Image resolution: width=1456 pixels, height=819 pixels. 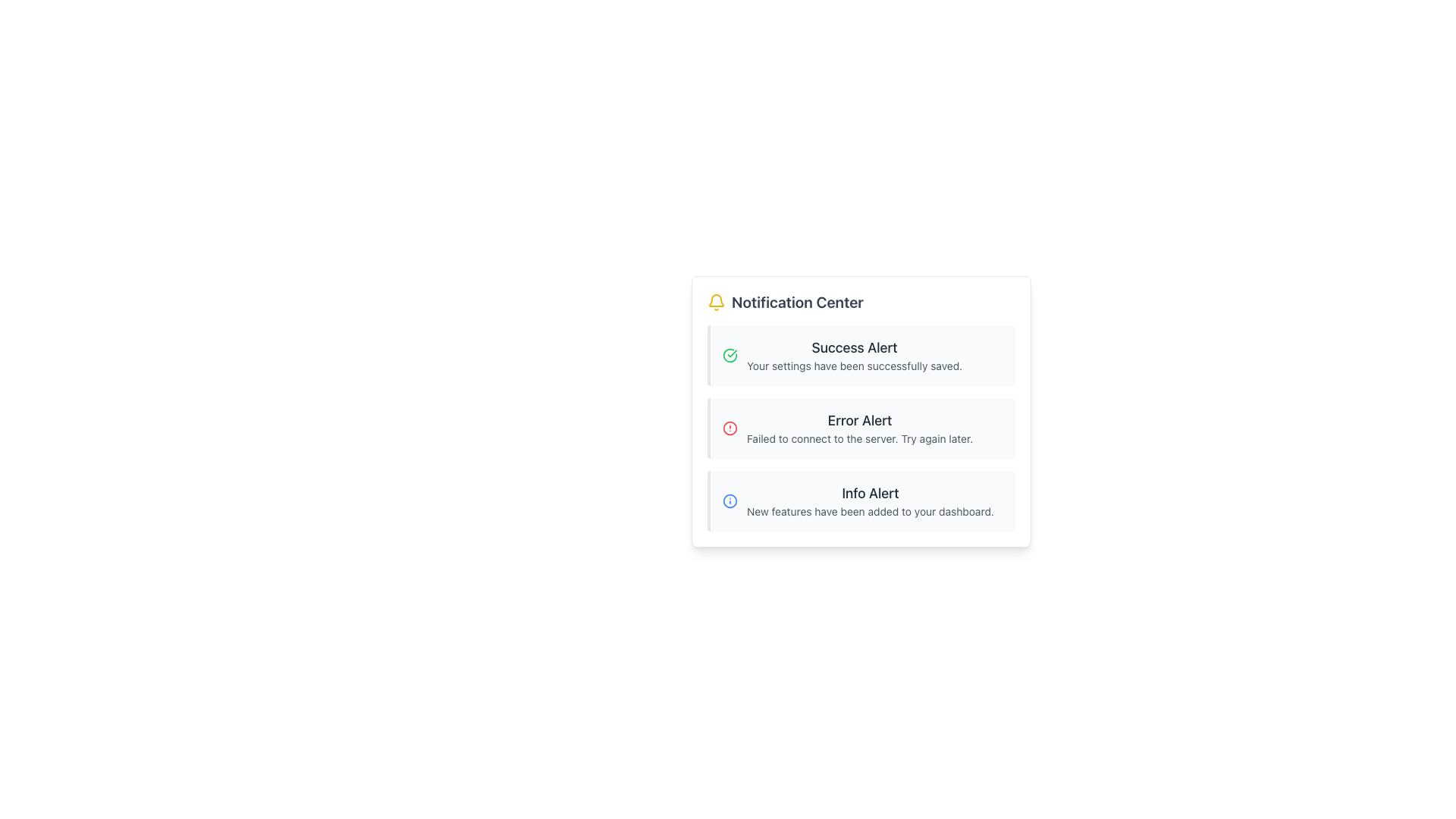 What do you see at coordinates (870, 512) in the screenshot?
I see `the non-interactive text element located beneath the 'Info Alert' heading in the card layout, which conveys additional details about the notification` at bounding box center [870, 512].